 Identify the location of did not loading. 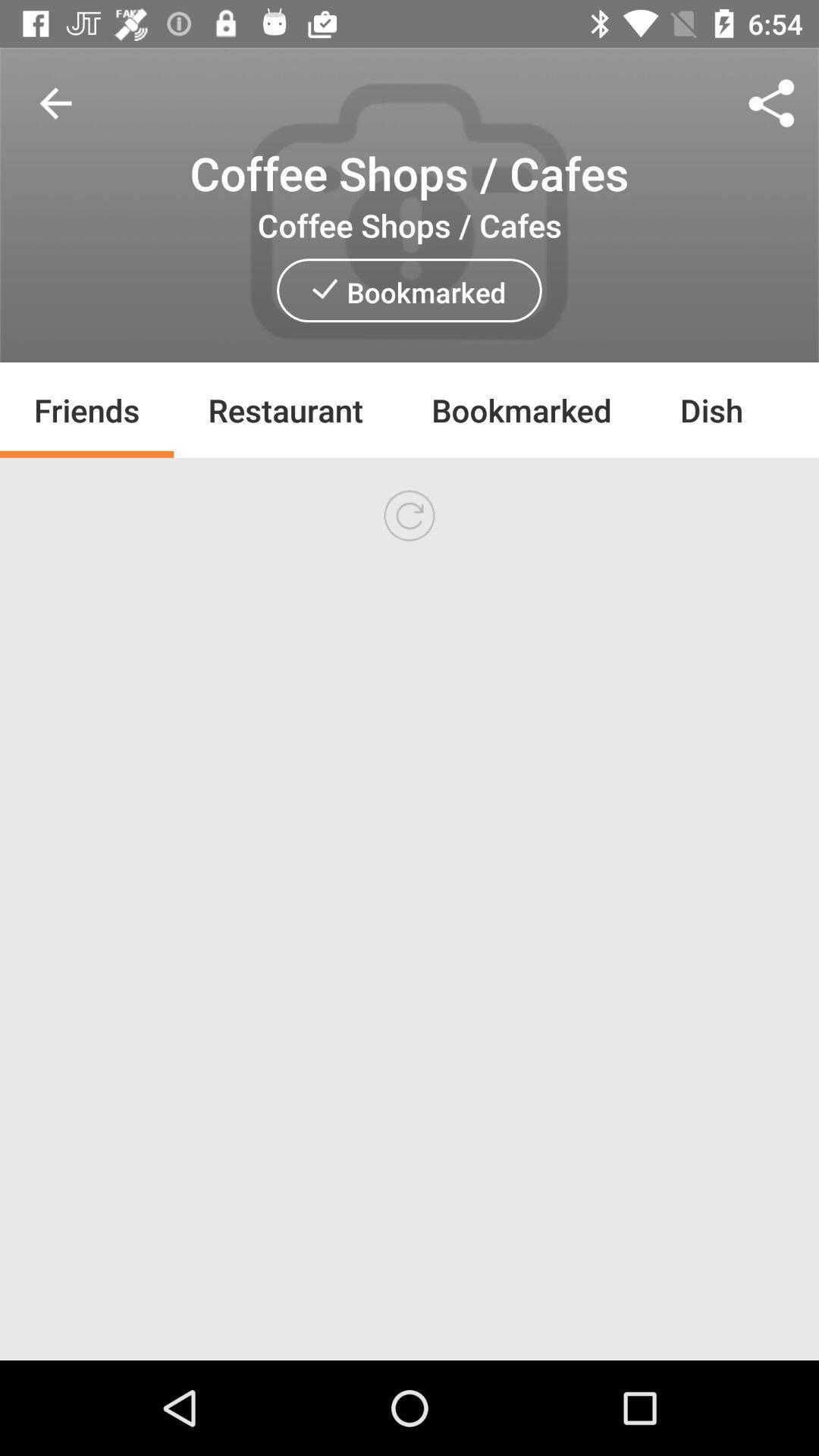
(409, 516).